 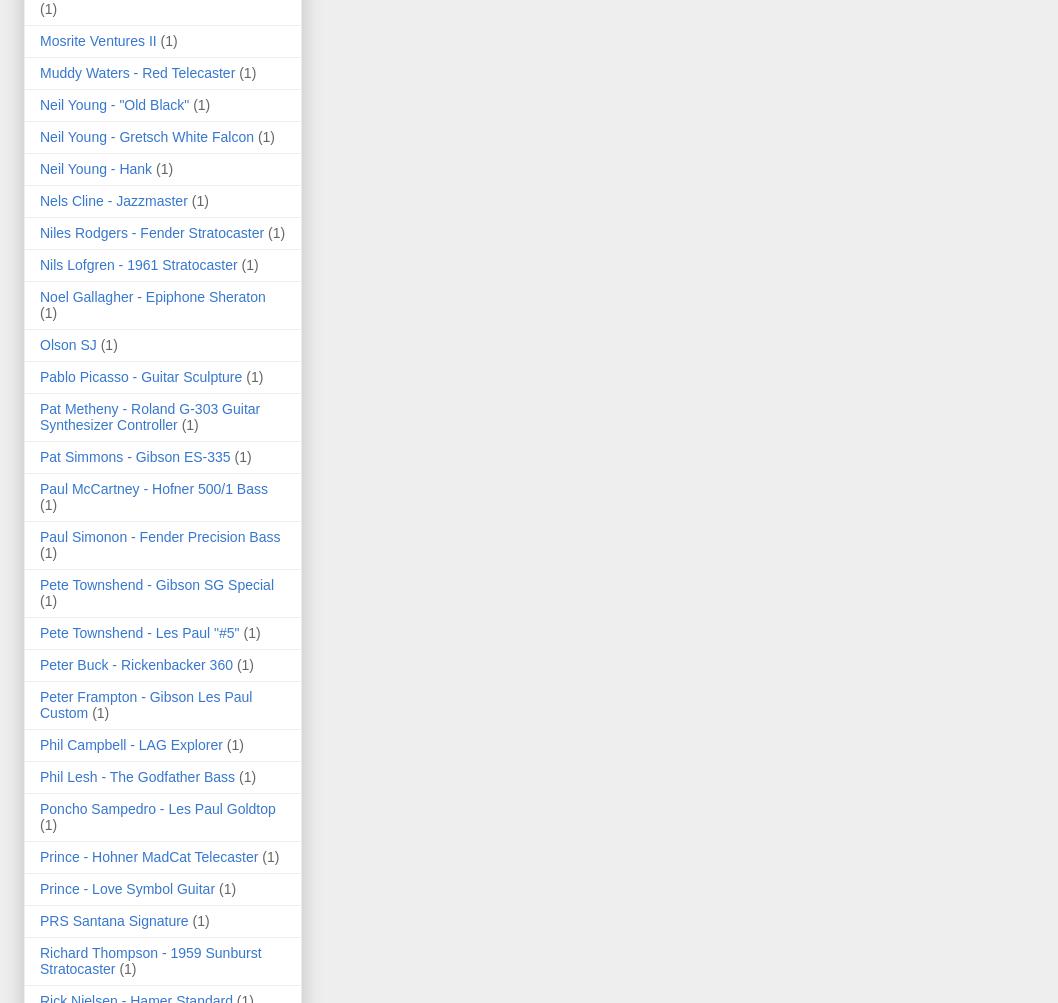 What do you see at coordinates (113, 918) in the screenshot?
I see `'PRS Santana Signature'` at bounding box center [113, 918].